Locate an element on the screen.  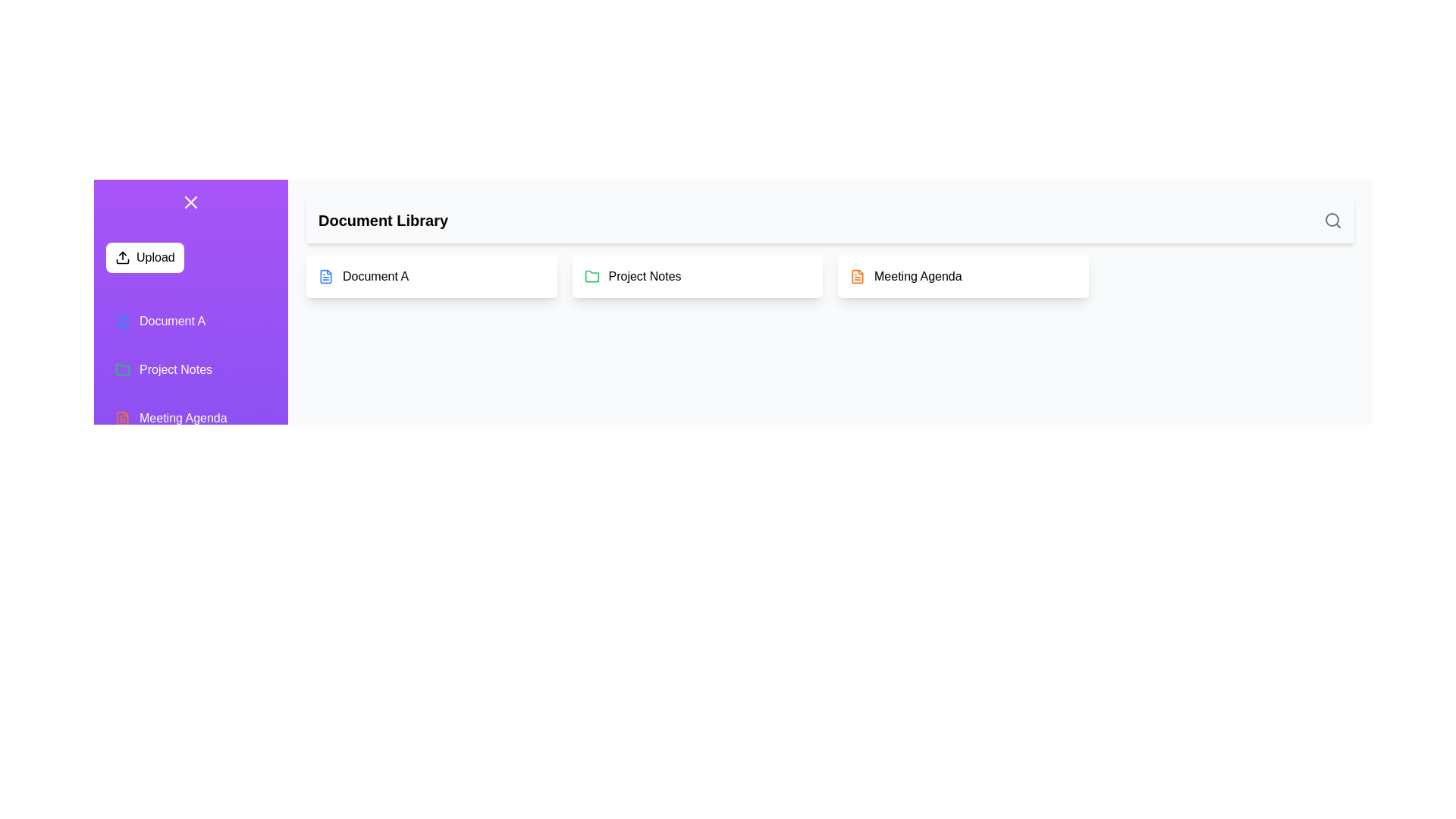
the document Meeting Agenda from the list is located at coordinates (962, 277).